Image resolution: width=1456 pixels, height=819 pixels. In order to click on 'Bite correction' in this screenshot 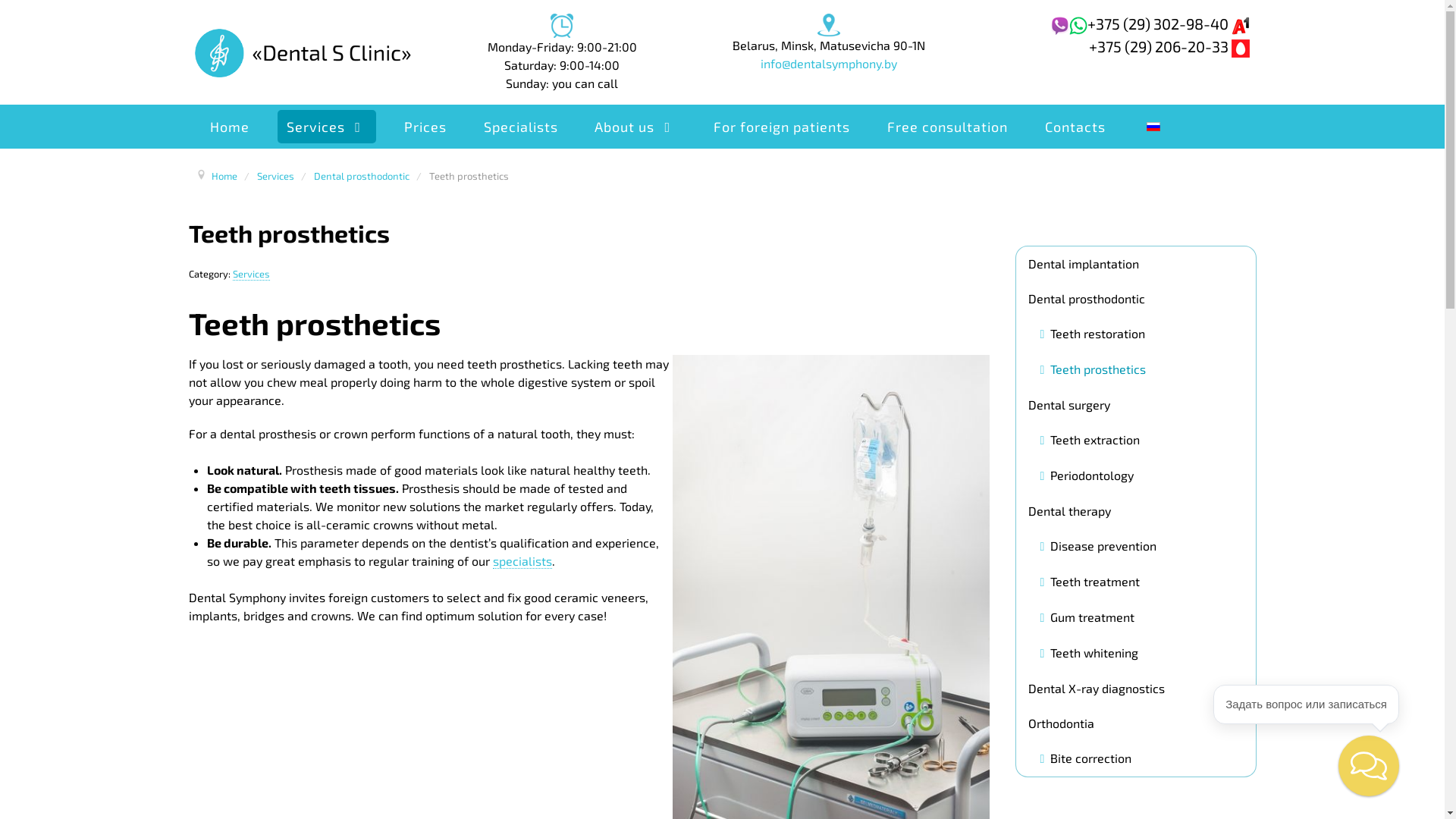, I will do `click(1085, 758)`.